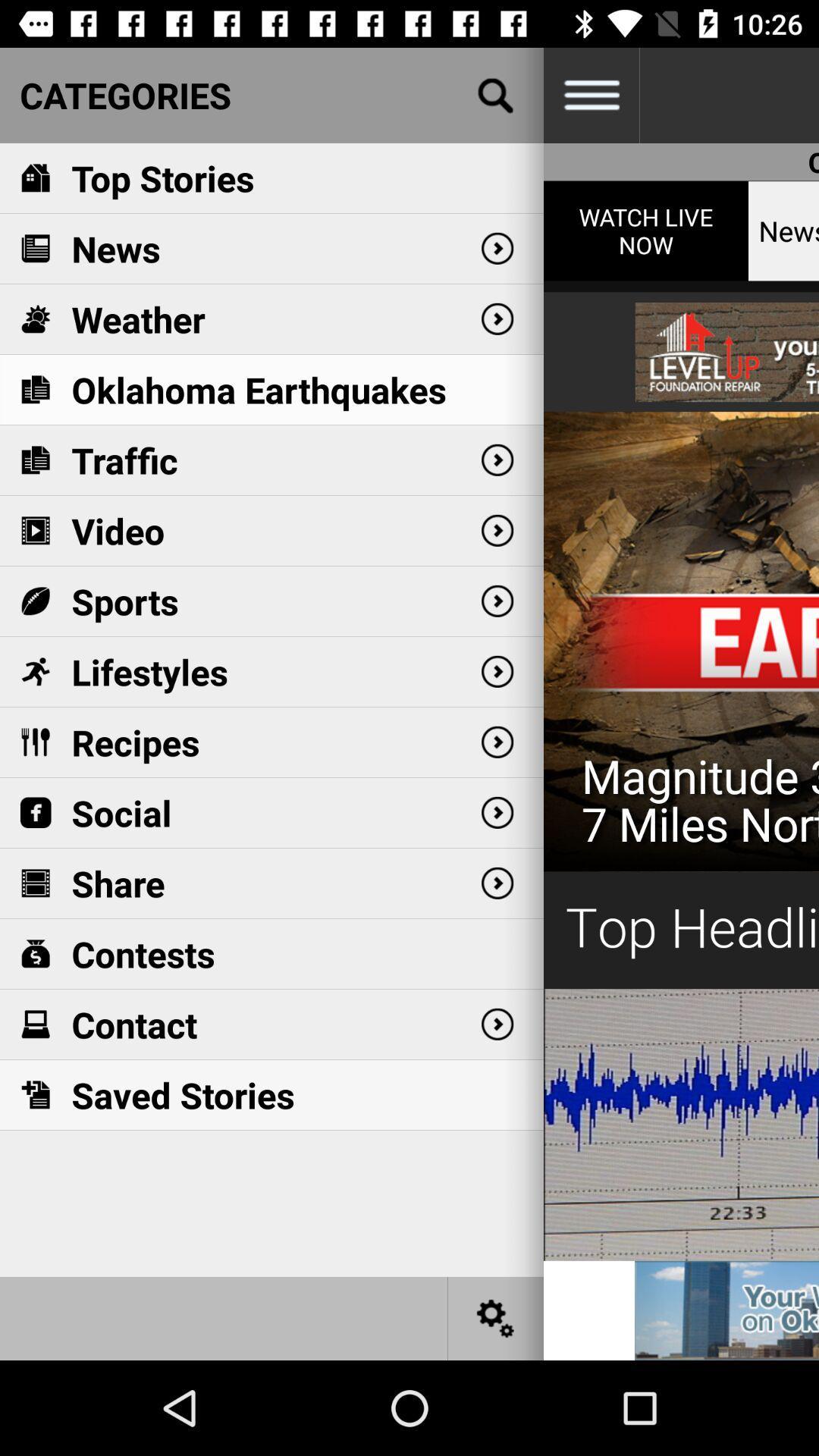 The image size is (819, 1456). What do you see at coordinates (496, 94) in the screenshot?
I see `google page` at bounding box center [496, 94].